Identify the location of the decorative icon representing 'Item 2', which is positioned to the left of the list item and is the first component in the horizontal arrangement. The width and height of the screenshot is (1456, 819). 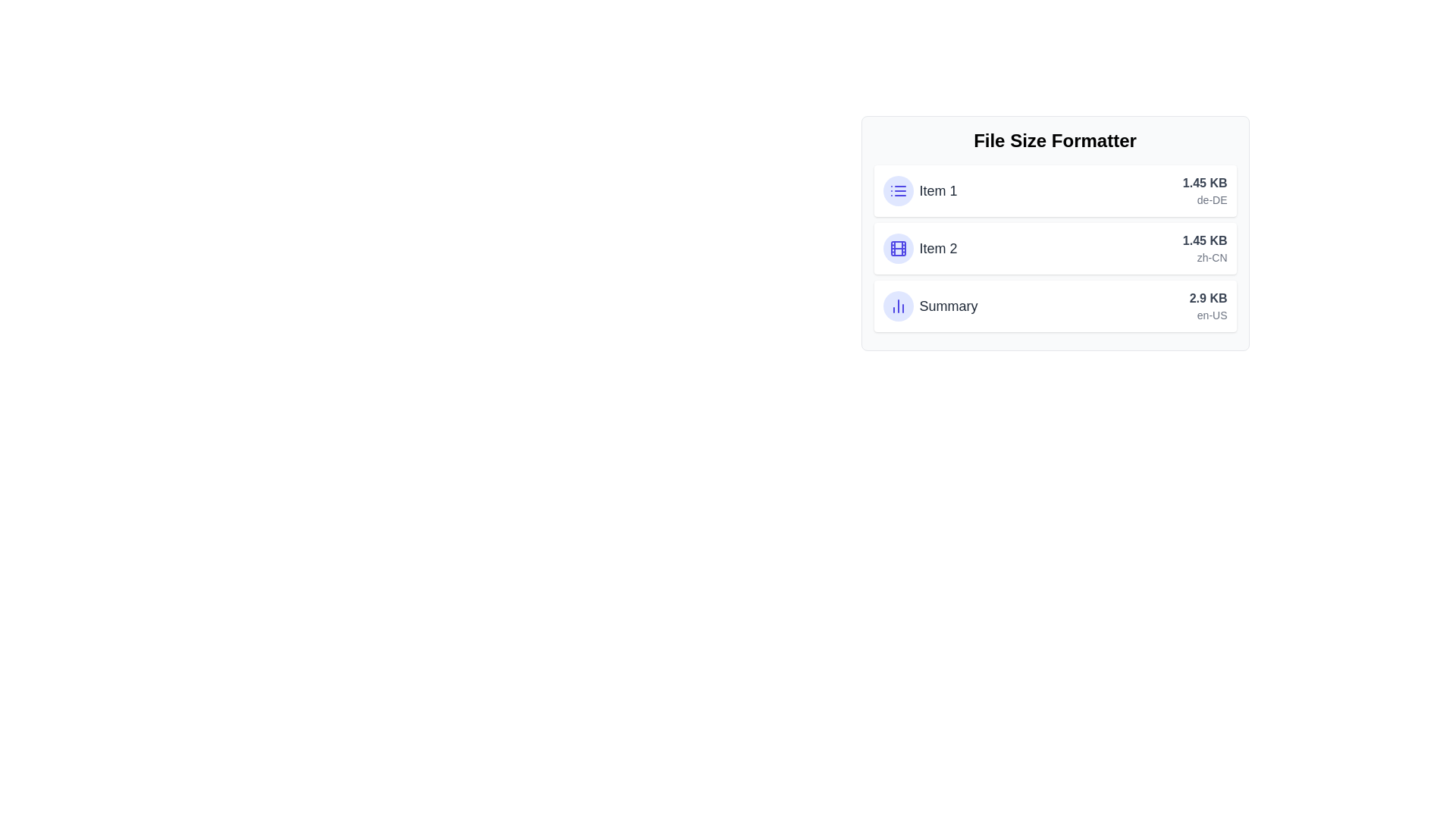
(898, 247).